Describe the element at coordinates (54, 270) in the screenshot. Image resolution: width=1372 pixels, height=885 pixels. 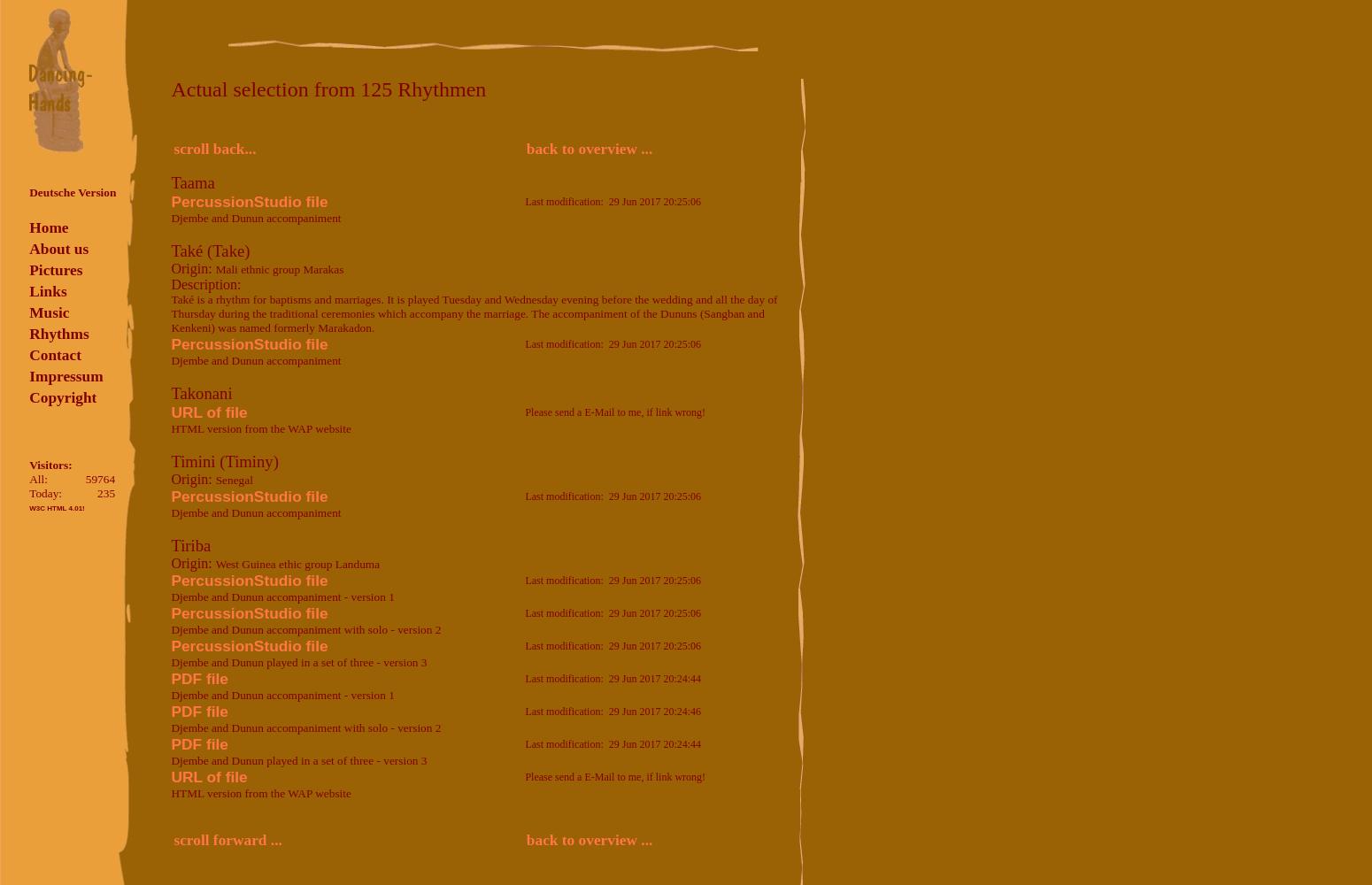
I see `'Pictures'` at that location.